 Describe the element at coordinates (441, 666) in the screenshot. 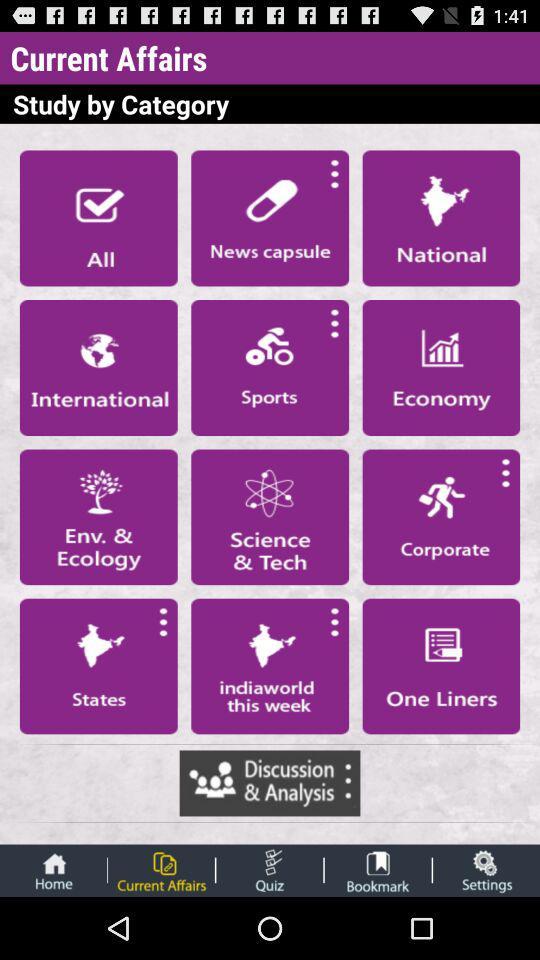

I see `writing option` at that location.